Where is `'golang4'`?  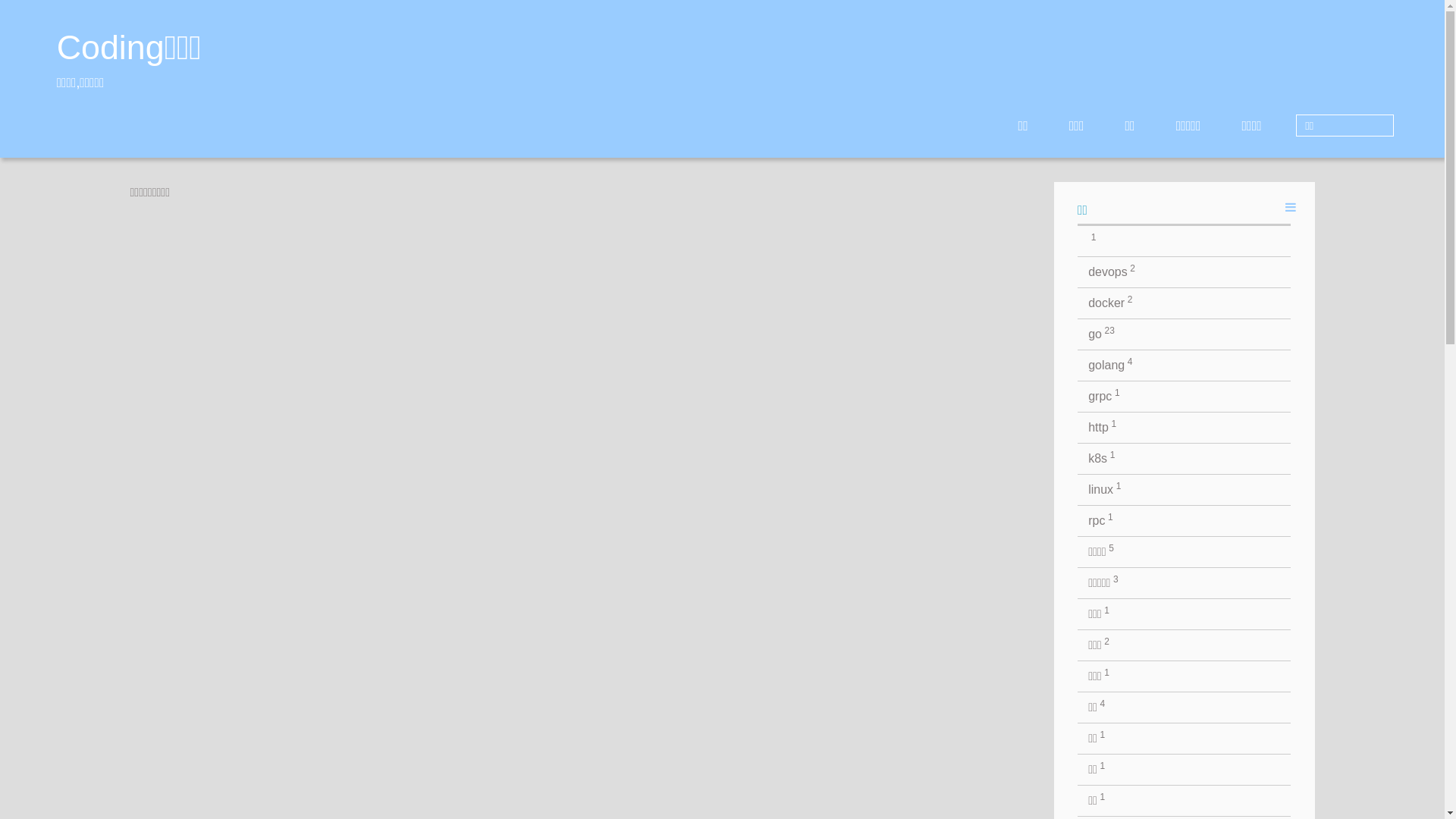 'golang4' is located at coordinates (1183, 366).